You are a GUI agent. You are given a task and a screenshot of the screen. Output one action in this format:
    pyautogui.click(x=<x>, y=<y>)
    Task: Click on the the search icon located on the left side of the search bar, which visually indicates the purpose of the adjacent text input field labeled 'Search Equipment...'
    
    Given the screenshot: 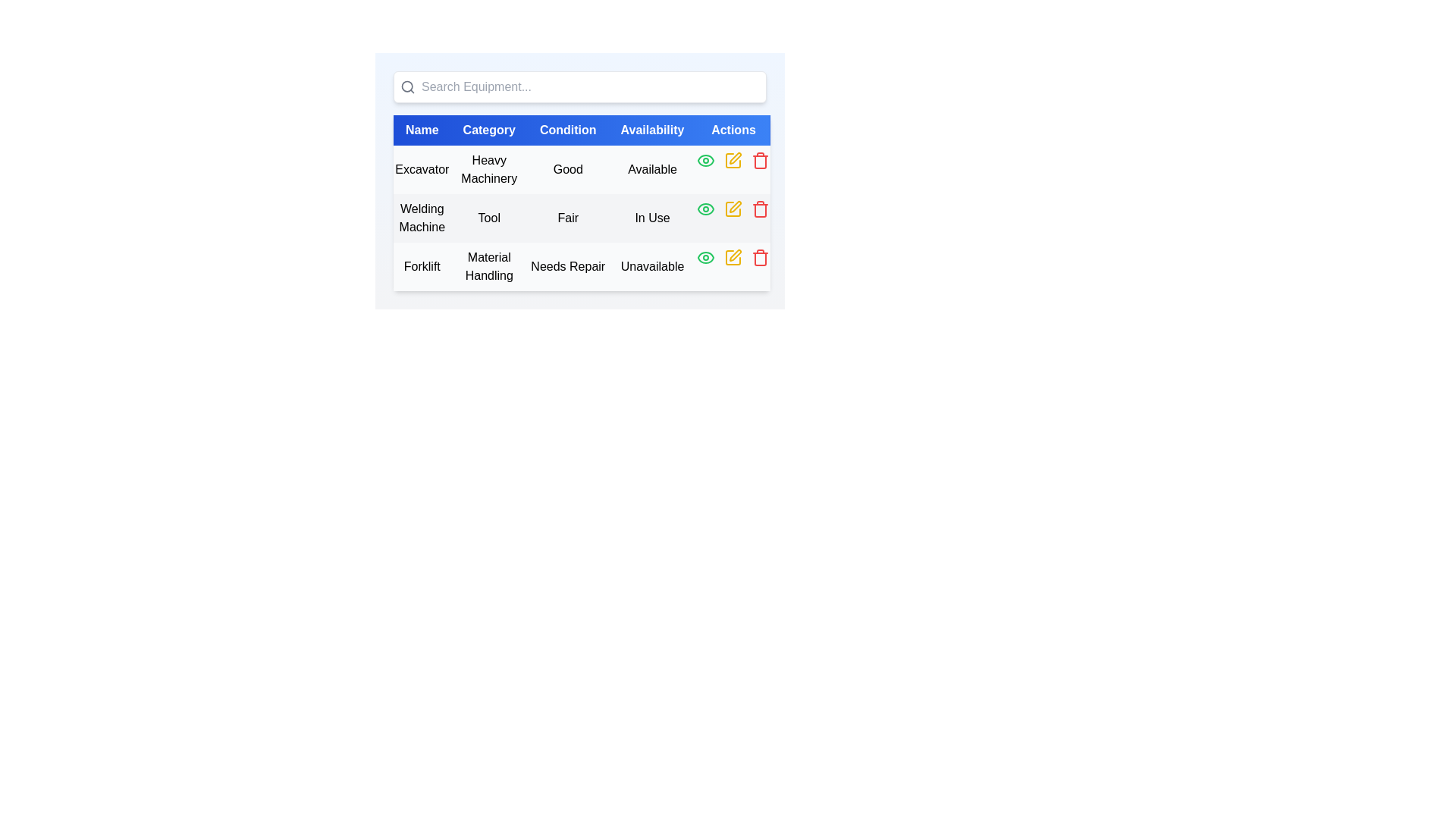 What is the action you would take?
    pyautogui.click(x=407, y=87)
    